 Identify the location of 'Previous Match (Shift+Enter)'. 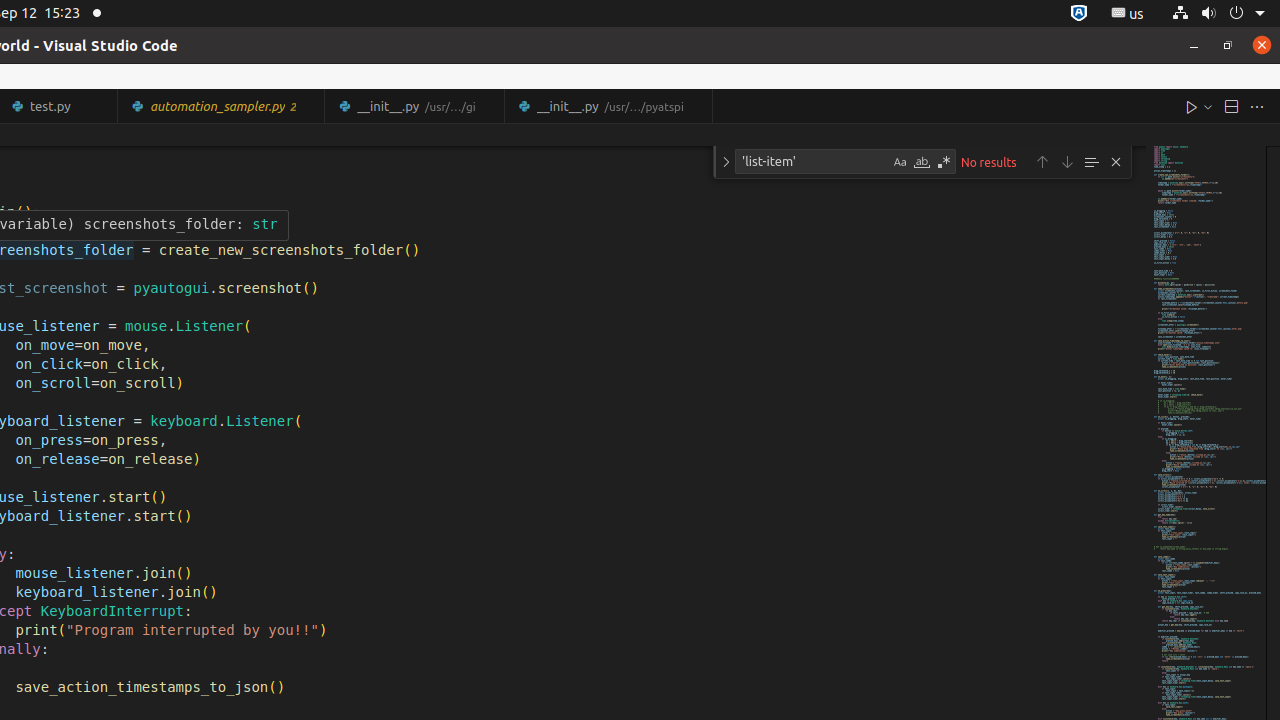
(1041, 160).